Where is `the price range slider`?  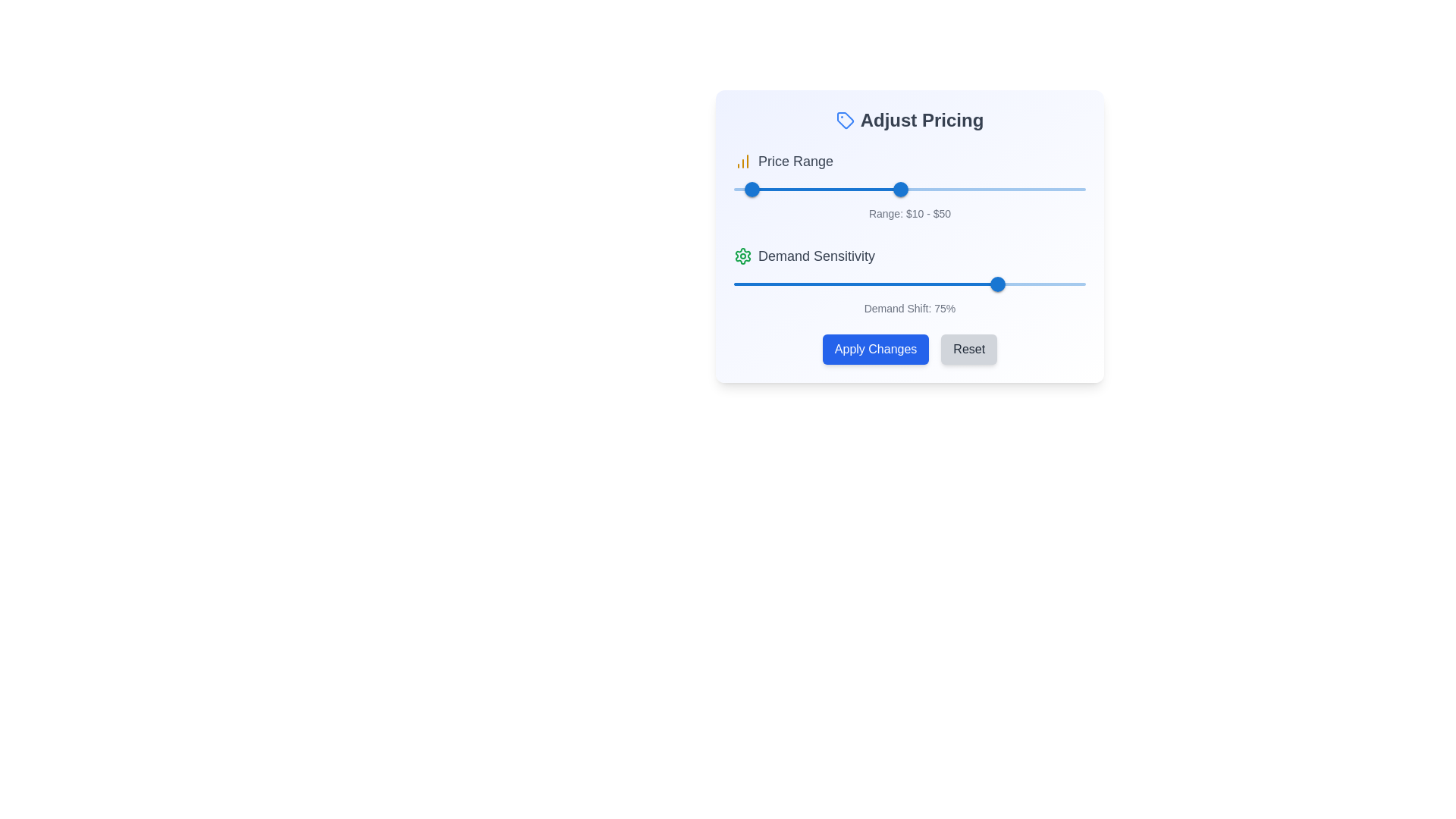 the price range slider is located at coordinates (905, 189).